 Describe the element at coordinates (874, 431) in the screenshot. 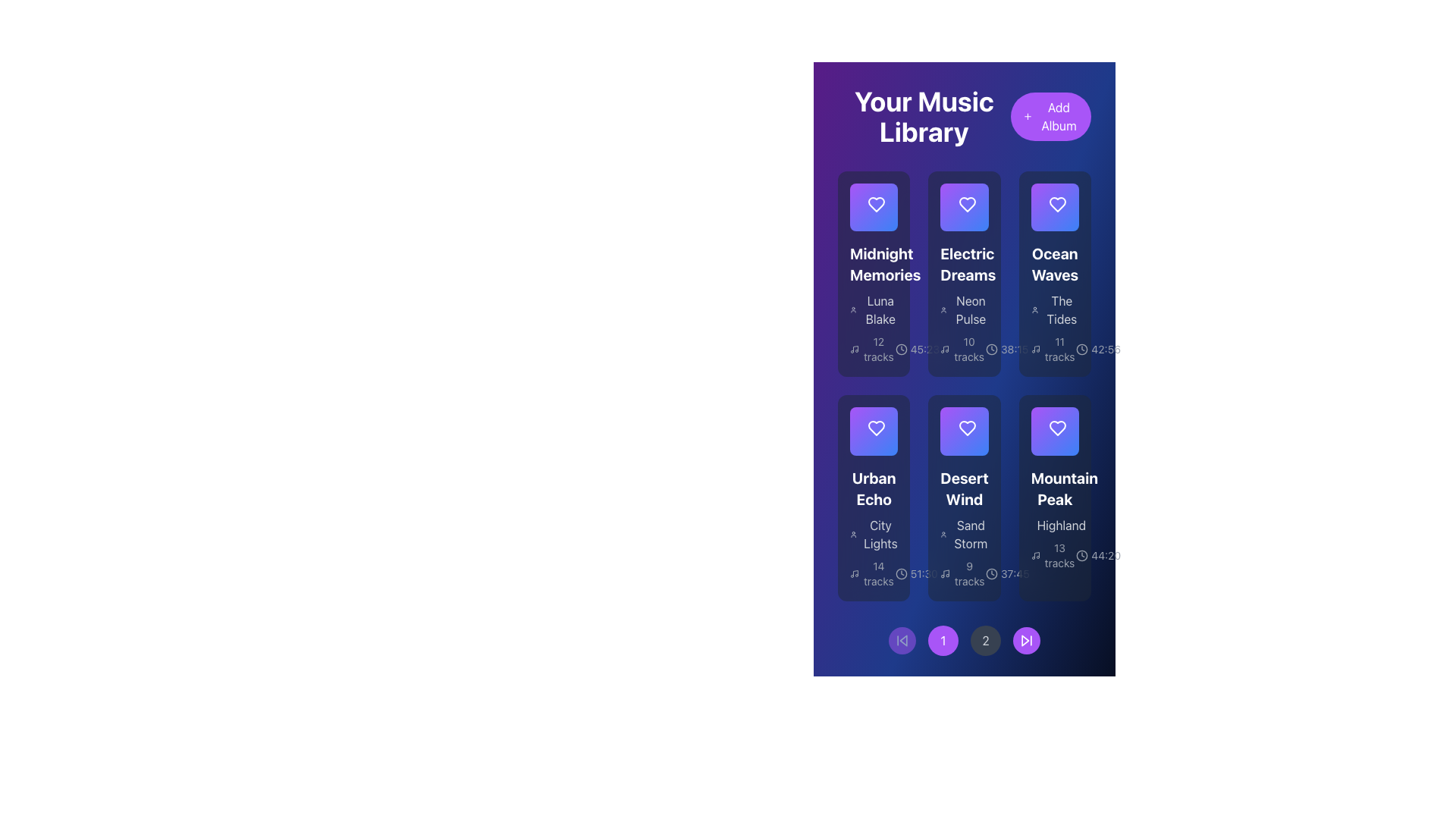

I see `the interactive 'like' button for the 'Urban Echo' album located within its card in the music library interface` at that location.